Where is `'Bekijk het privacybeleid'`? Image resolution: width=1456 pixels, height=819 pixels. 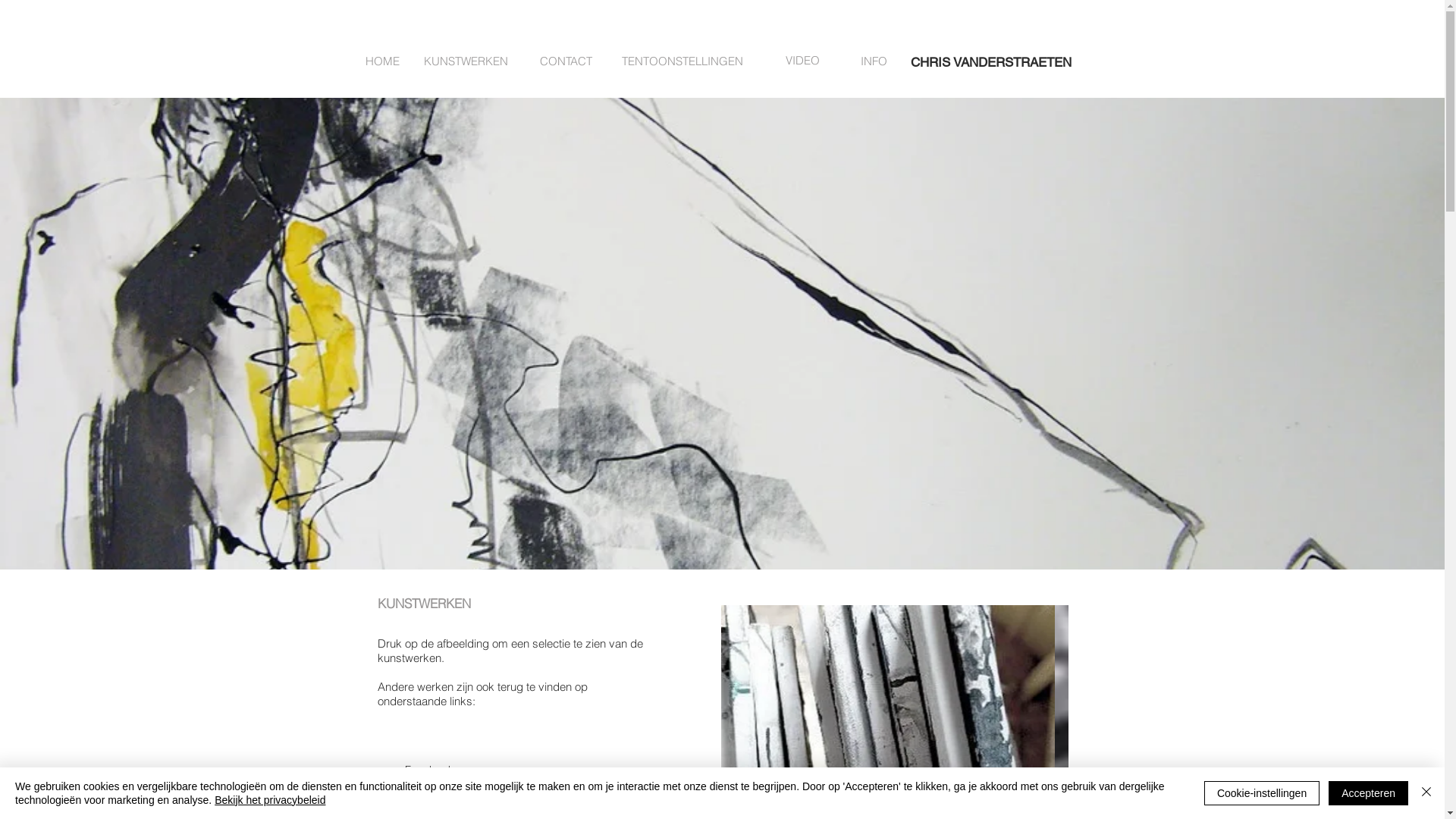 'Bekijk het privacybeleid' is located at coordinates (269, 799).